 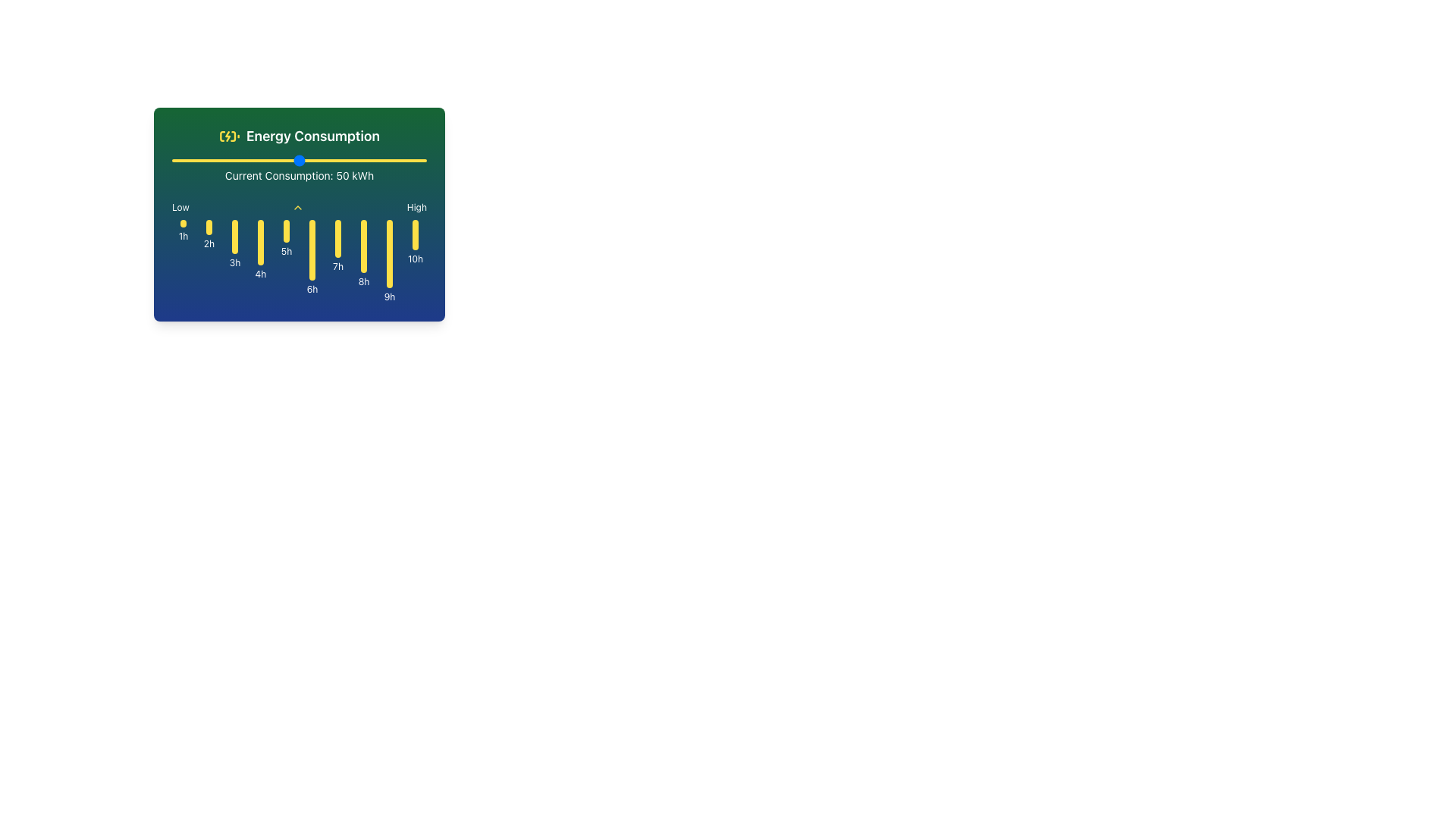 What do you see at coordinates (215, 161) in the screenshot?
I see `current consumption` at bounding box center [215, 161].